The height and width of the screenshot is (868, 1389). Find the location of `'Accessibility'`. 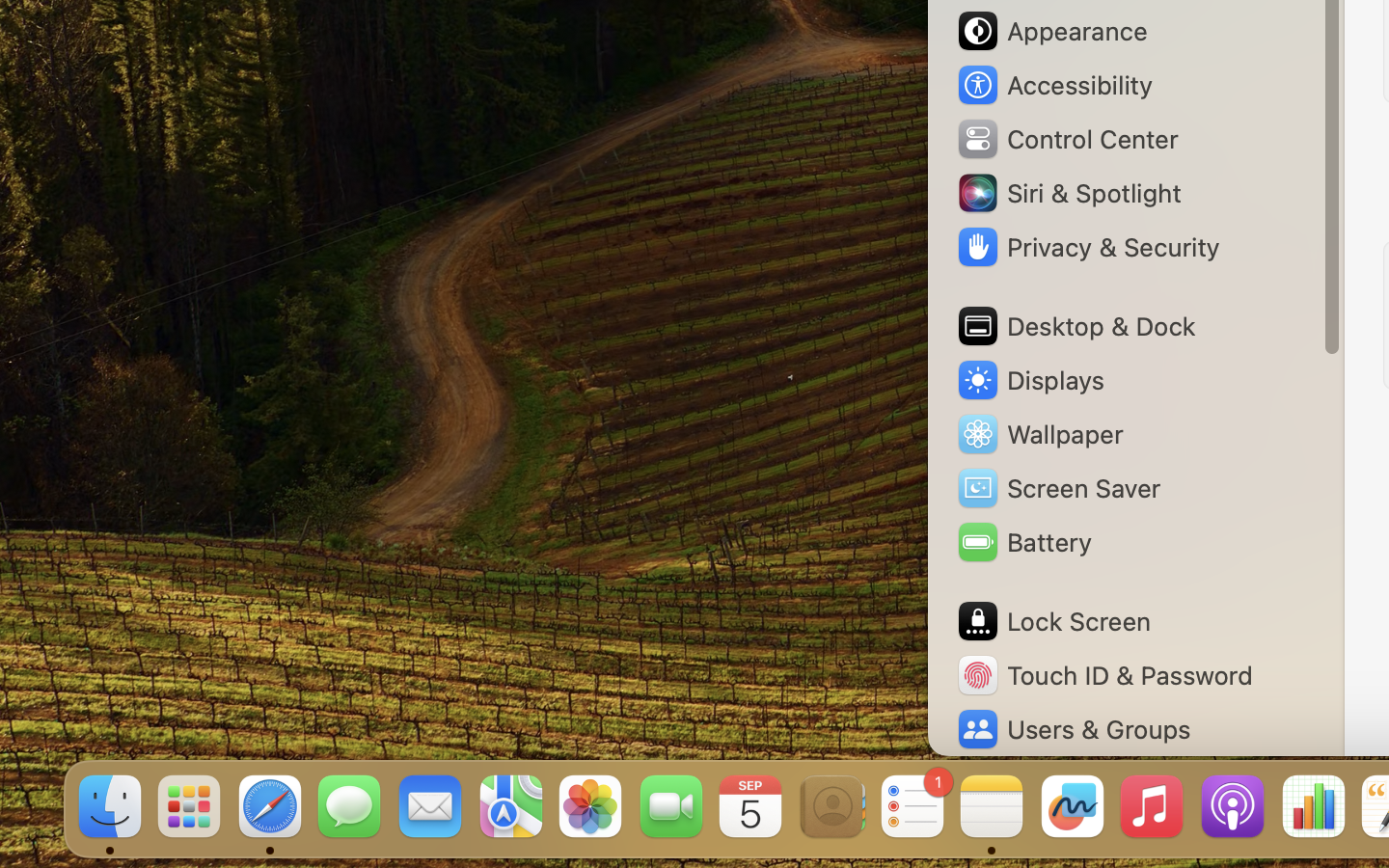

'Accessibility' is located at coordinates (1052, 84).